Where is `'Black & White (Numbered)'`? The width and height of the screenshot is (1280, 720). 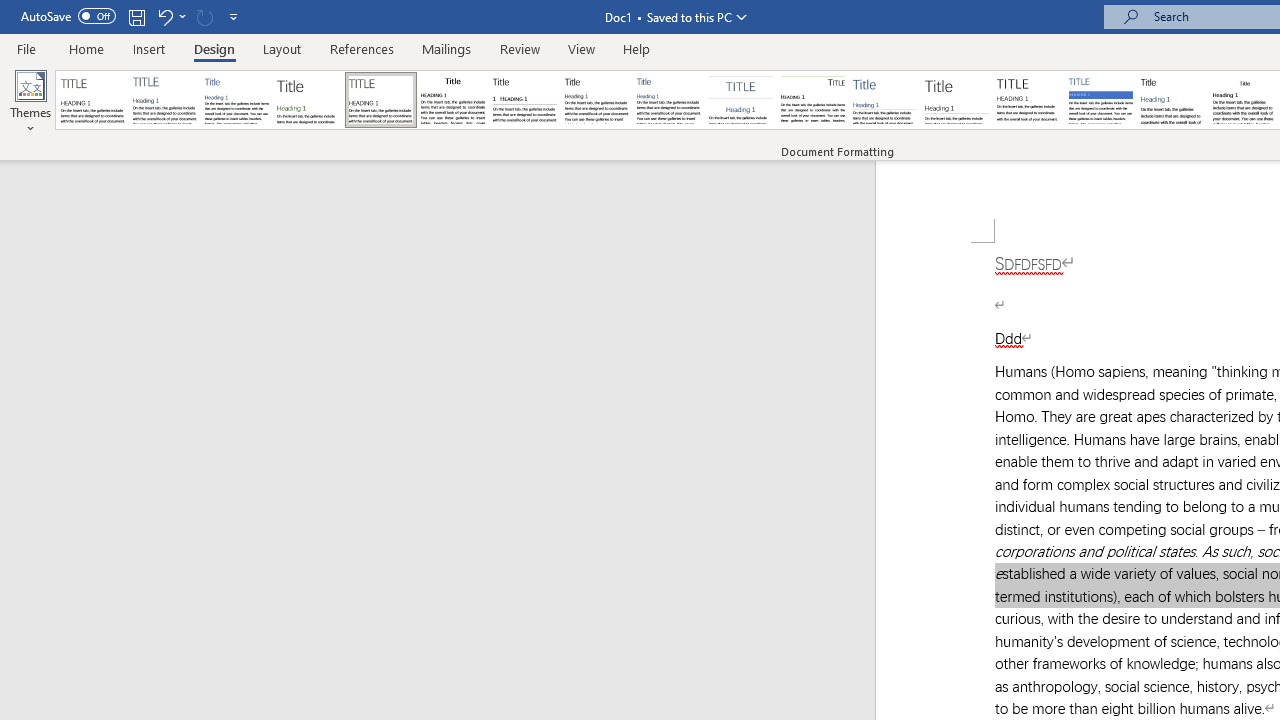
'Black & White (Numbered)' is located at coordinates (524, 100).